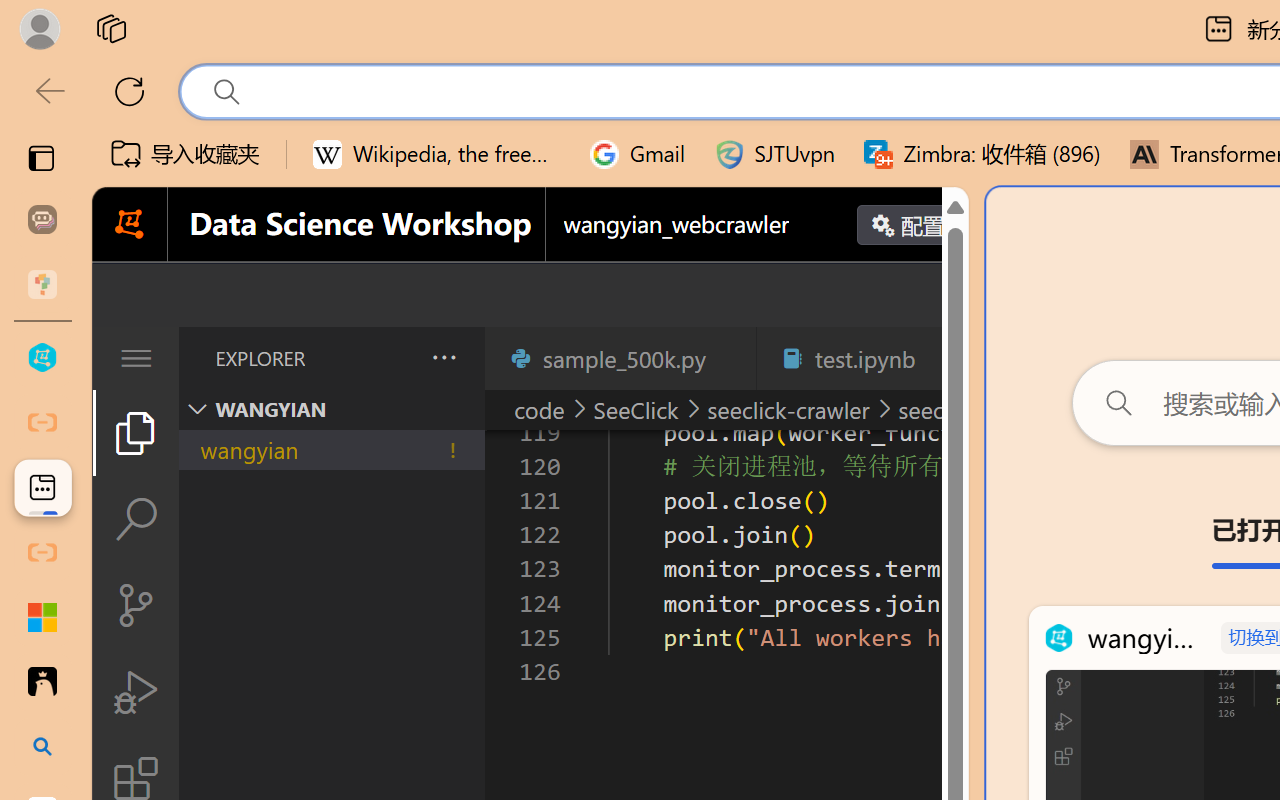 This screenshot has width=1280, height=800. What do you see at coordinates (441, 357) in the screenshot?
I see `'Views and More Actions...'` at bounding box center [441, 357].